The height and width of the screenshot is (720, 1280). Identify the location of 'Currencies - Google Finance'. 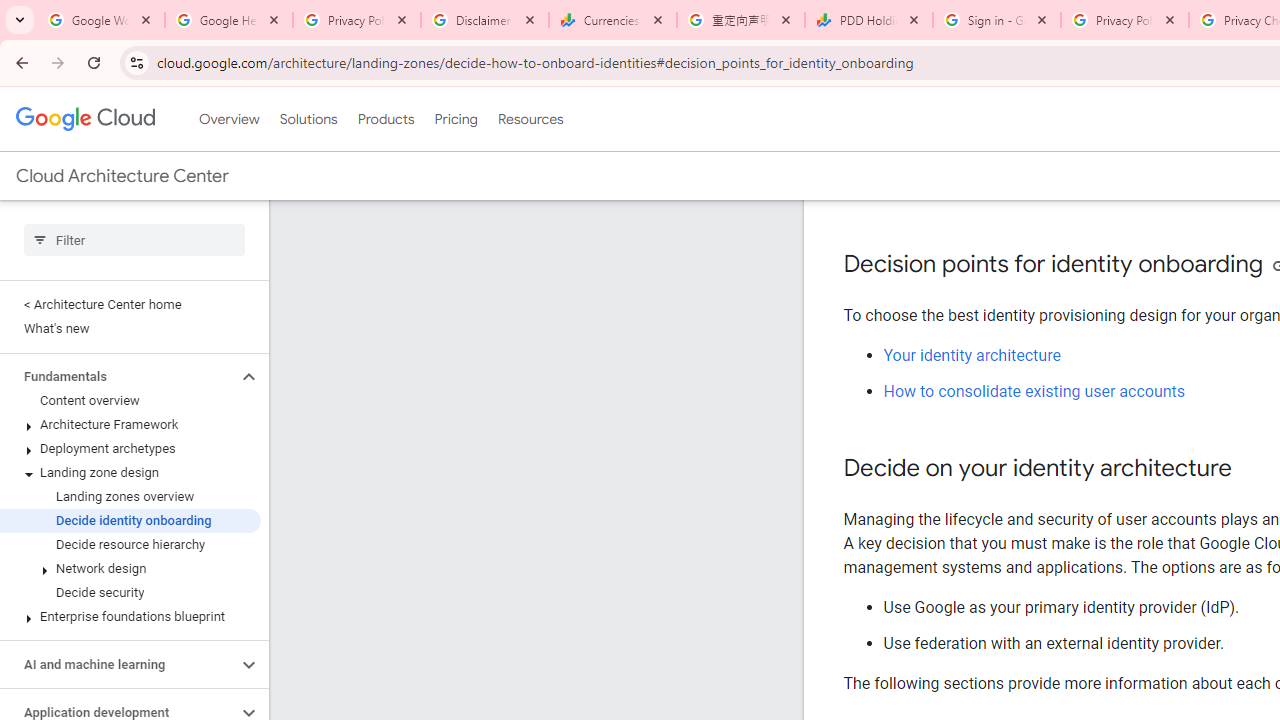
(612, 20).